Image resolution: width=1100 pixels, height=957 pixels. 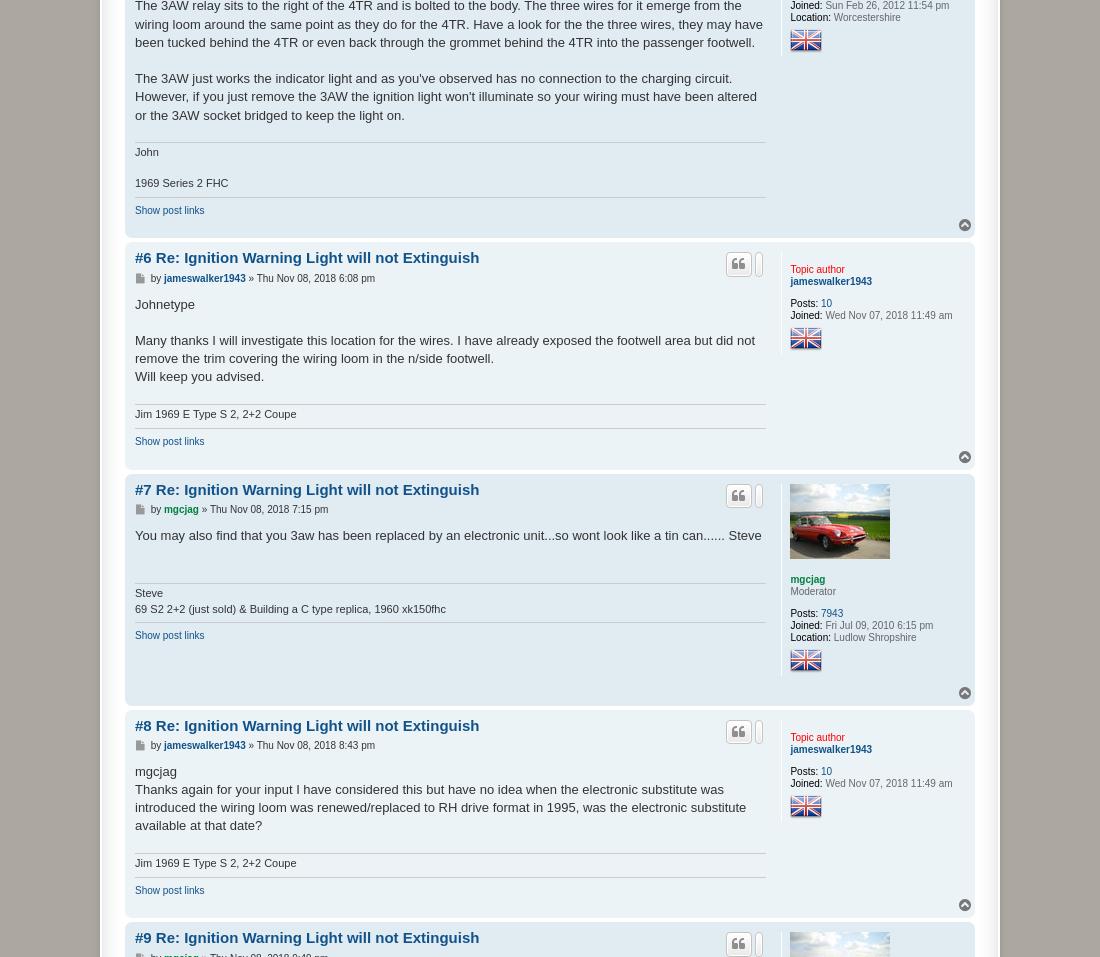 I want to click on '#9 Re: Ignition Warning Light will not Extinguish', so click(x=306, y=937).